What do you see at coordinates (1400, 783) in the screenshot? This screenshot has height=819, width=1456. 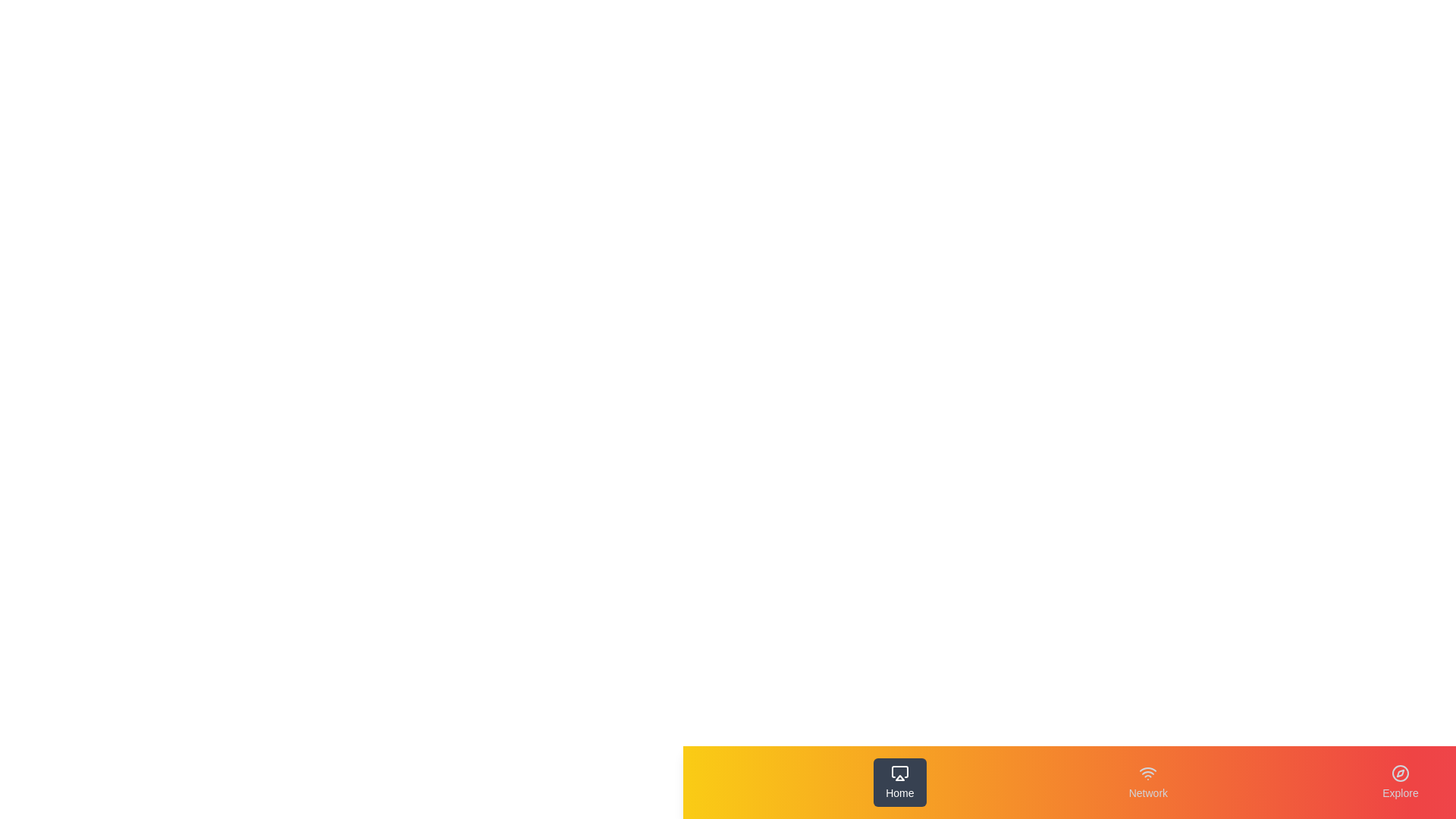 I see `the Explore tab by clicking on its respective button` at bounding box center [1400, 783].